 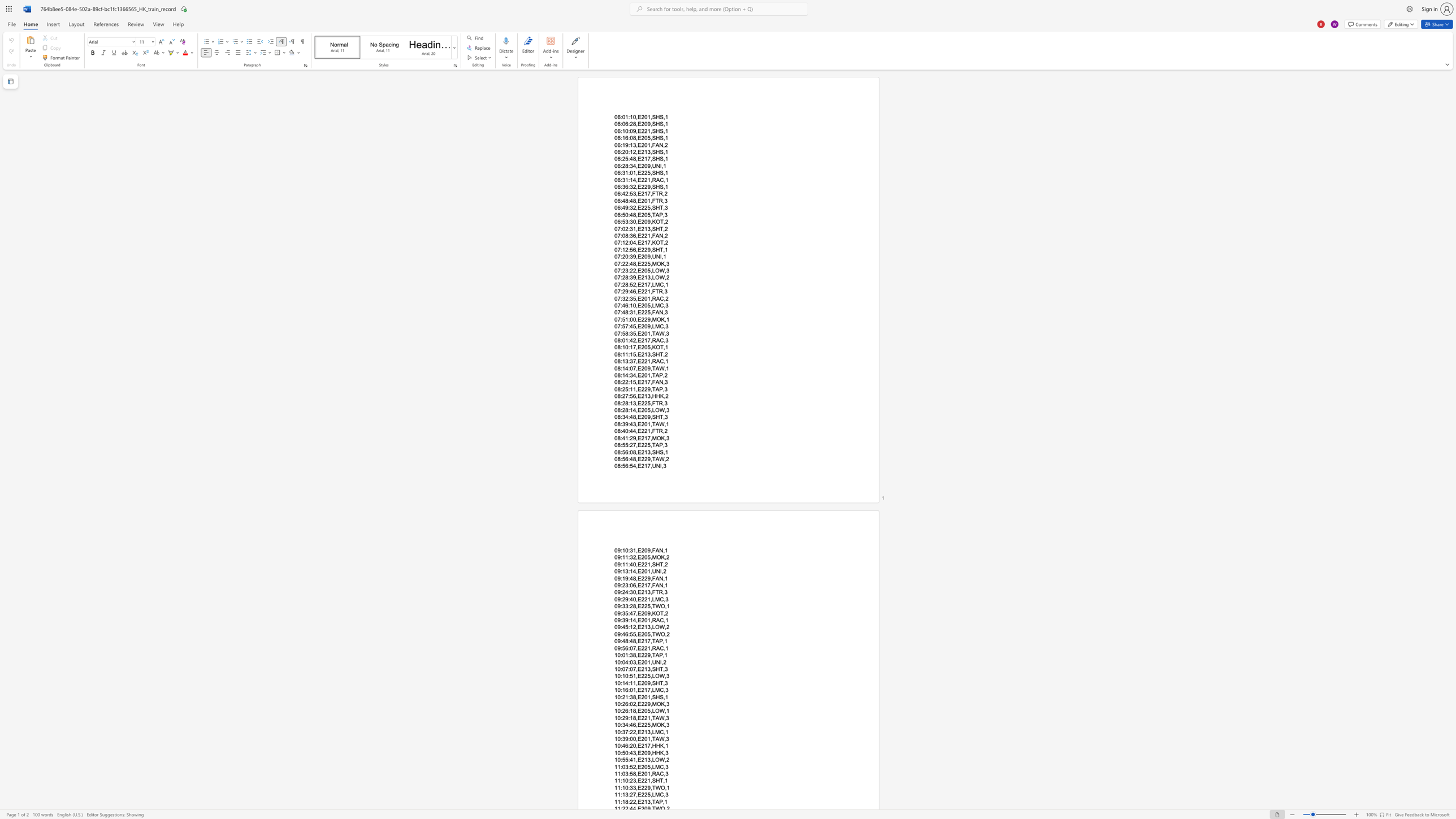 What do you see at coordinates (662, 745) in the screenshot?
I see `the space between the continuous character "K" and "," in the text` at bounding box center [662, 745].